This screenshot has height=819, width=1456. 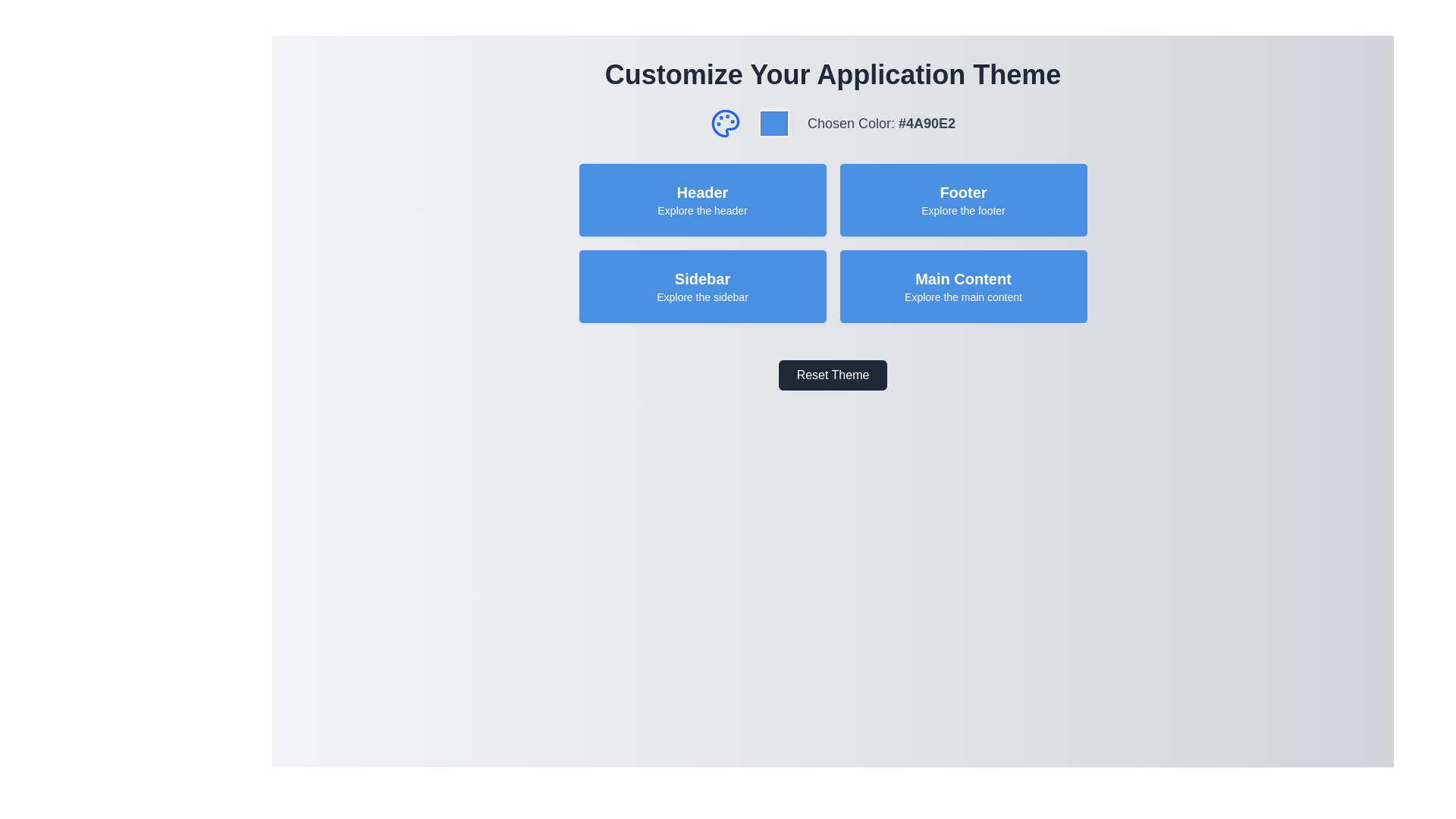 I want to click on the square color selection box with a blue fill and rounded corners, so click(x=773, y=122).